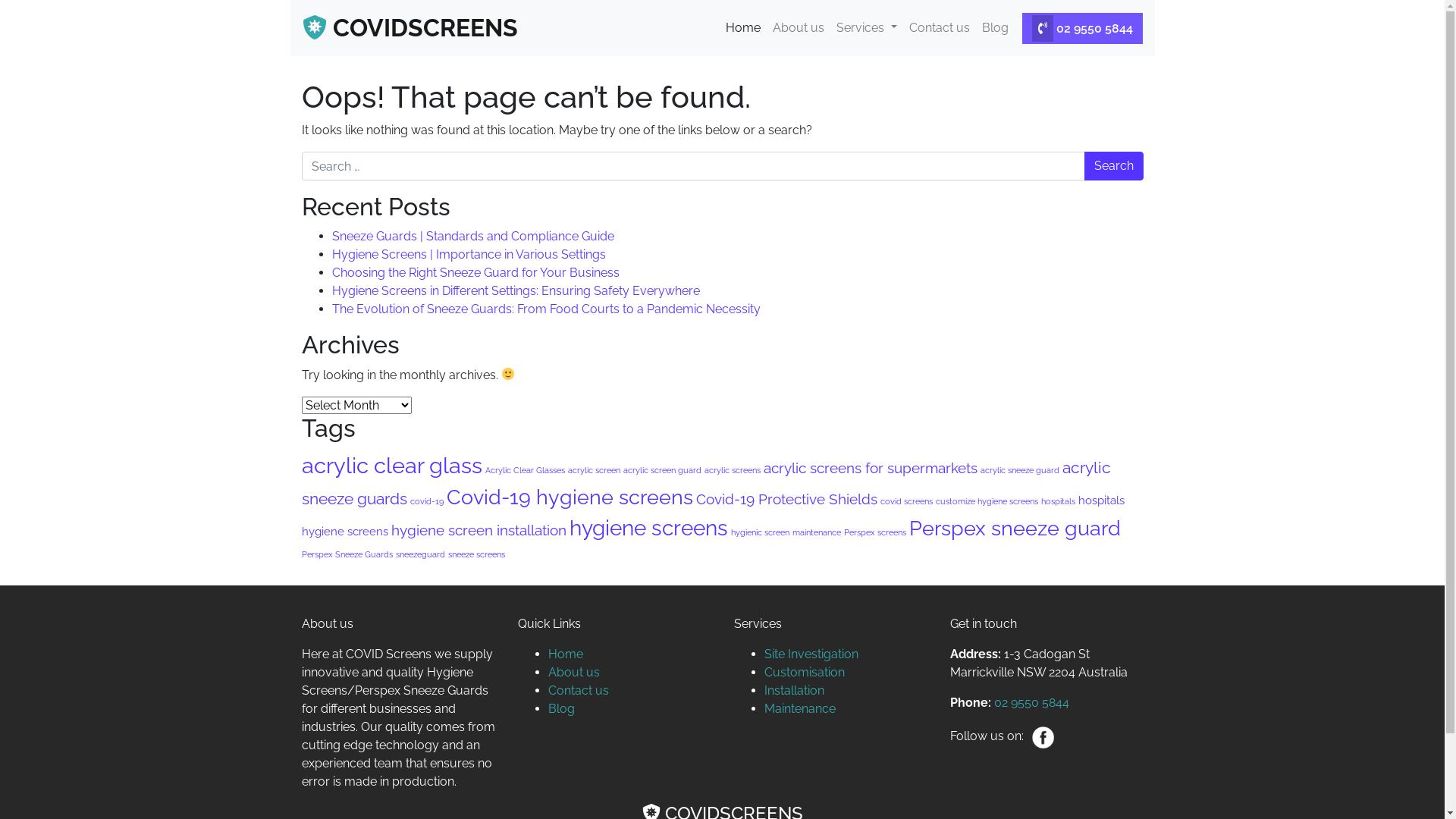 The width and height of the screenshot is (1456, 819). Describe the element at coordinates (392, 464) in the screenshot. I see `'acrylic clear glass'` at that location.